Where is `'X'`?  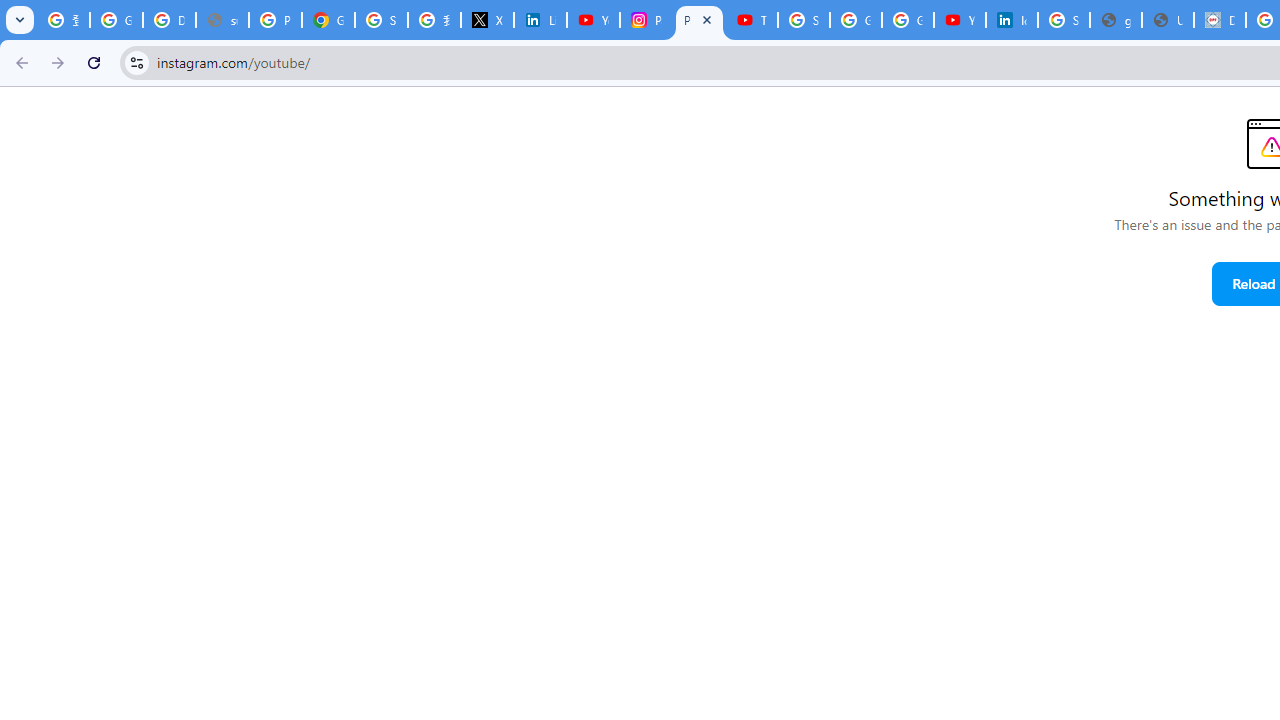 'X' is located at coordinates (487, 20).